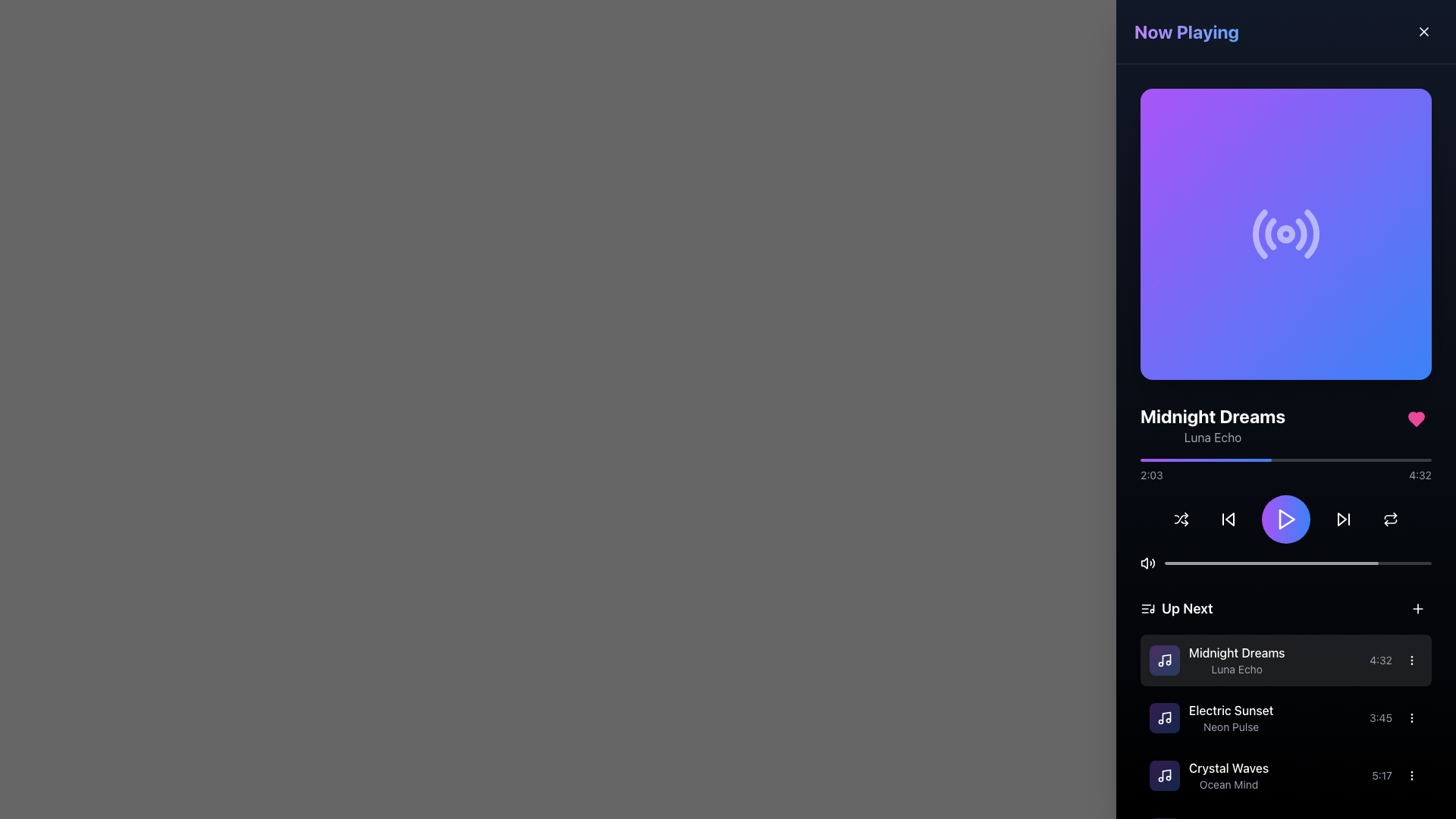 The image size is (1456, 819). I want to click on the previous track button, which is located to the left of the play/pause button in the media control section, so click(1228, 519).